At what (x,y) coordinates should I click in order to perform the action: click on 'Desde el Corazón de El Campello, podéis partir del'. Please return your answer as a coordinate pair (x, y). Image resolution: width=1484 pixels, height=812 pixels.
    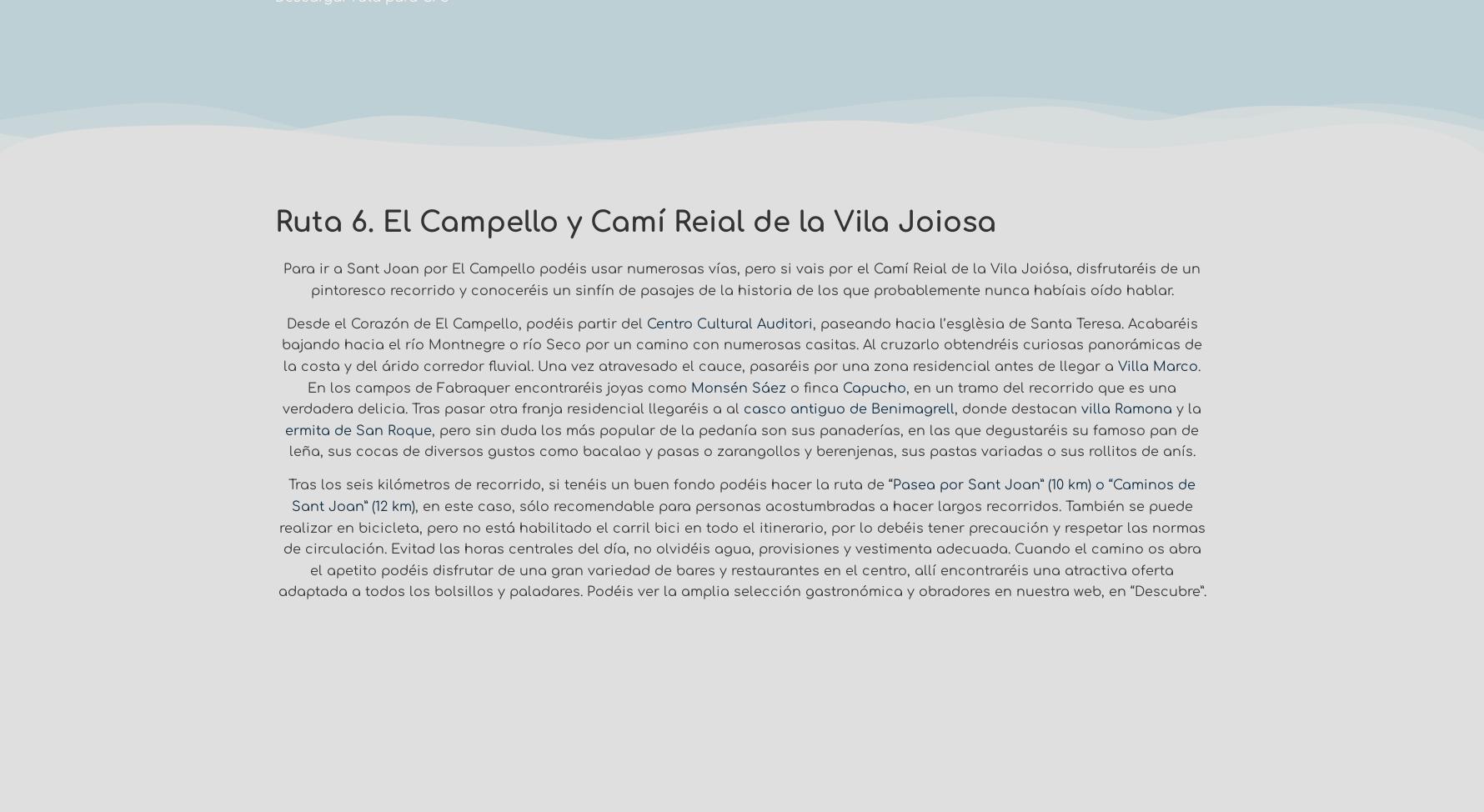
    Looking at the image, I should click on (286, 323).